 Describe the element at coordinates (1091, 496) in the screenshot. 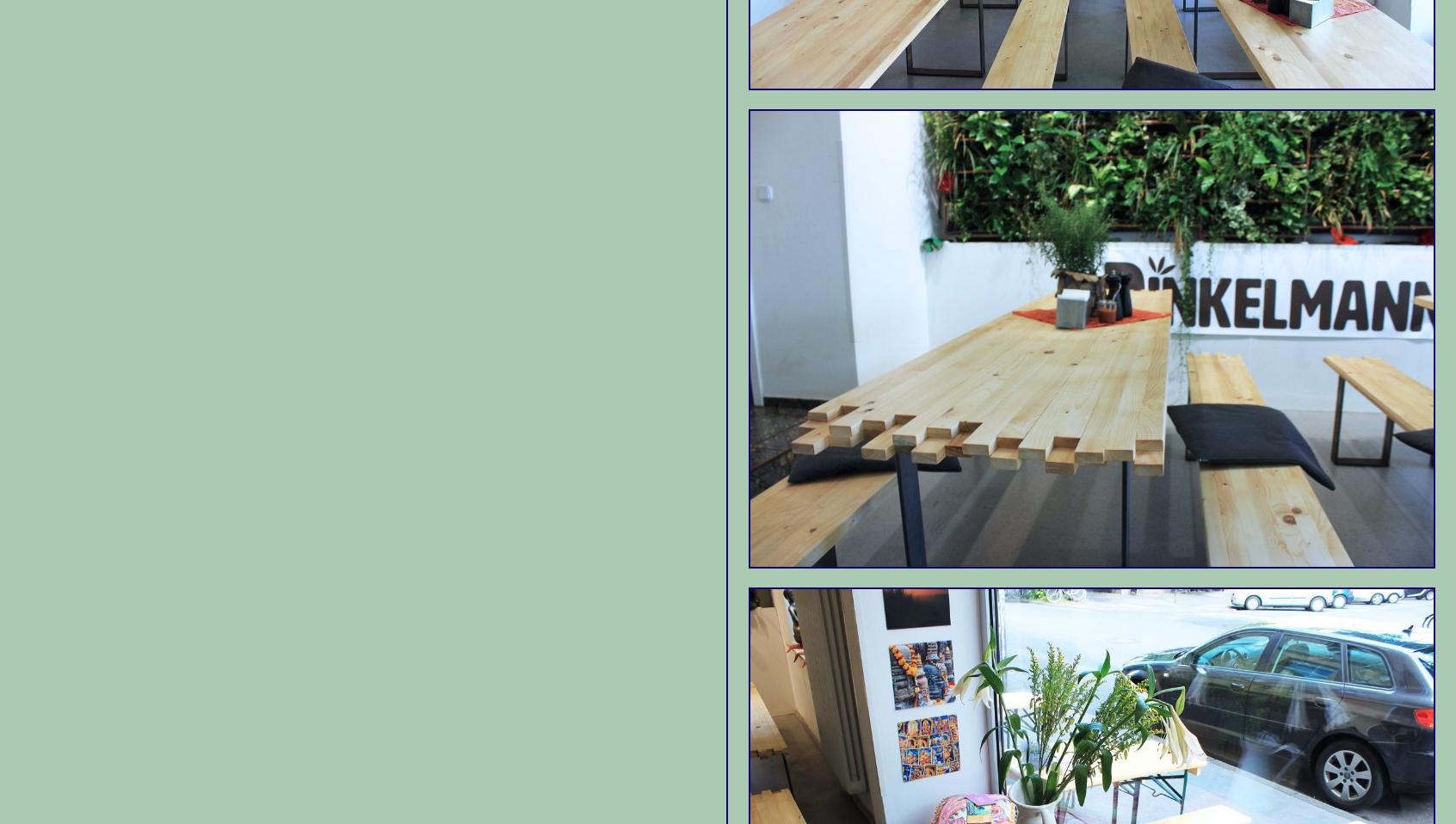

I see `'Cafe Schmitz'` at that location.